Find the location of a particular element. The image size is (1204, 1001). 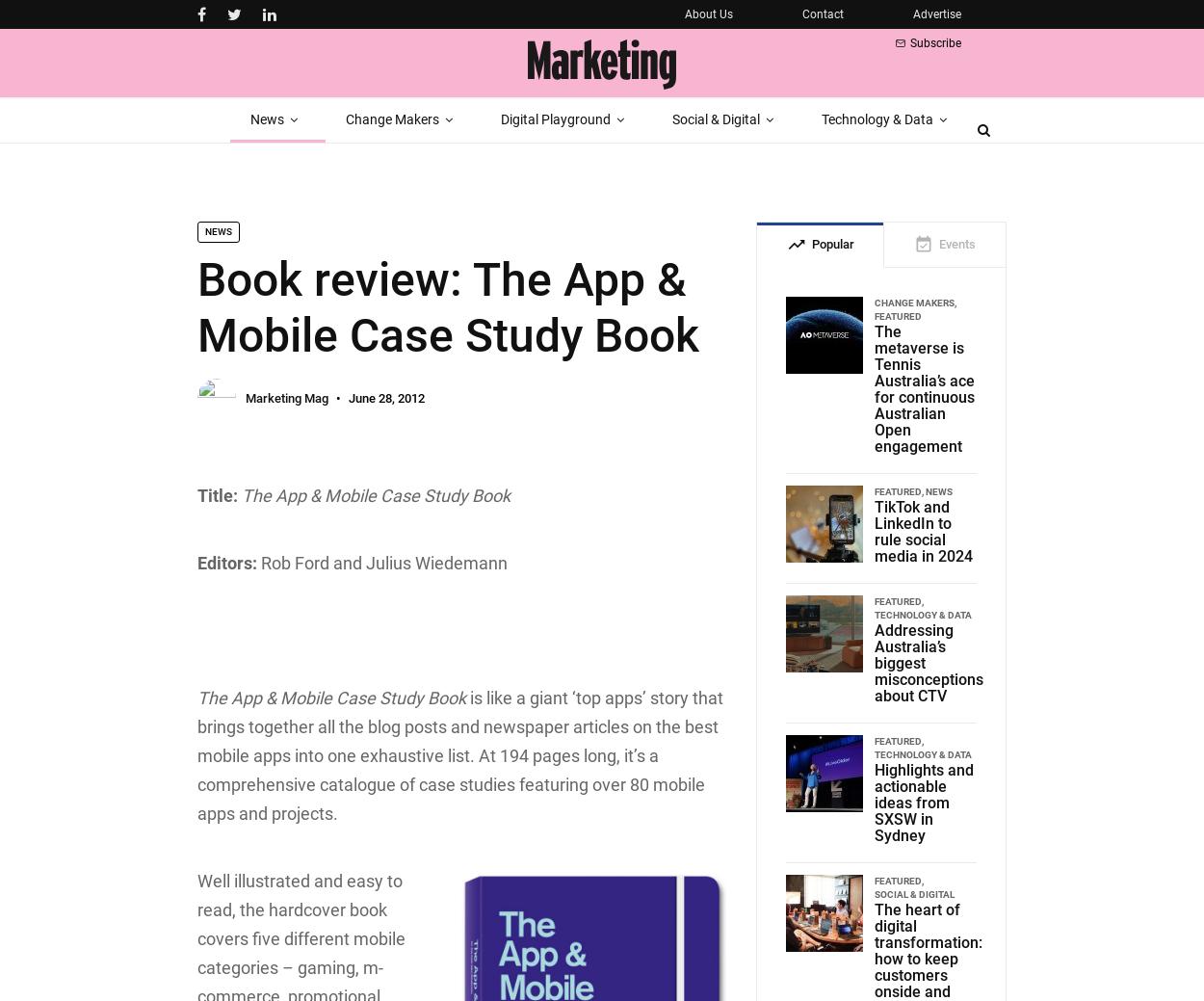

'Change Makers' is located at coordinates (912, 303).